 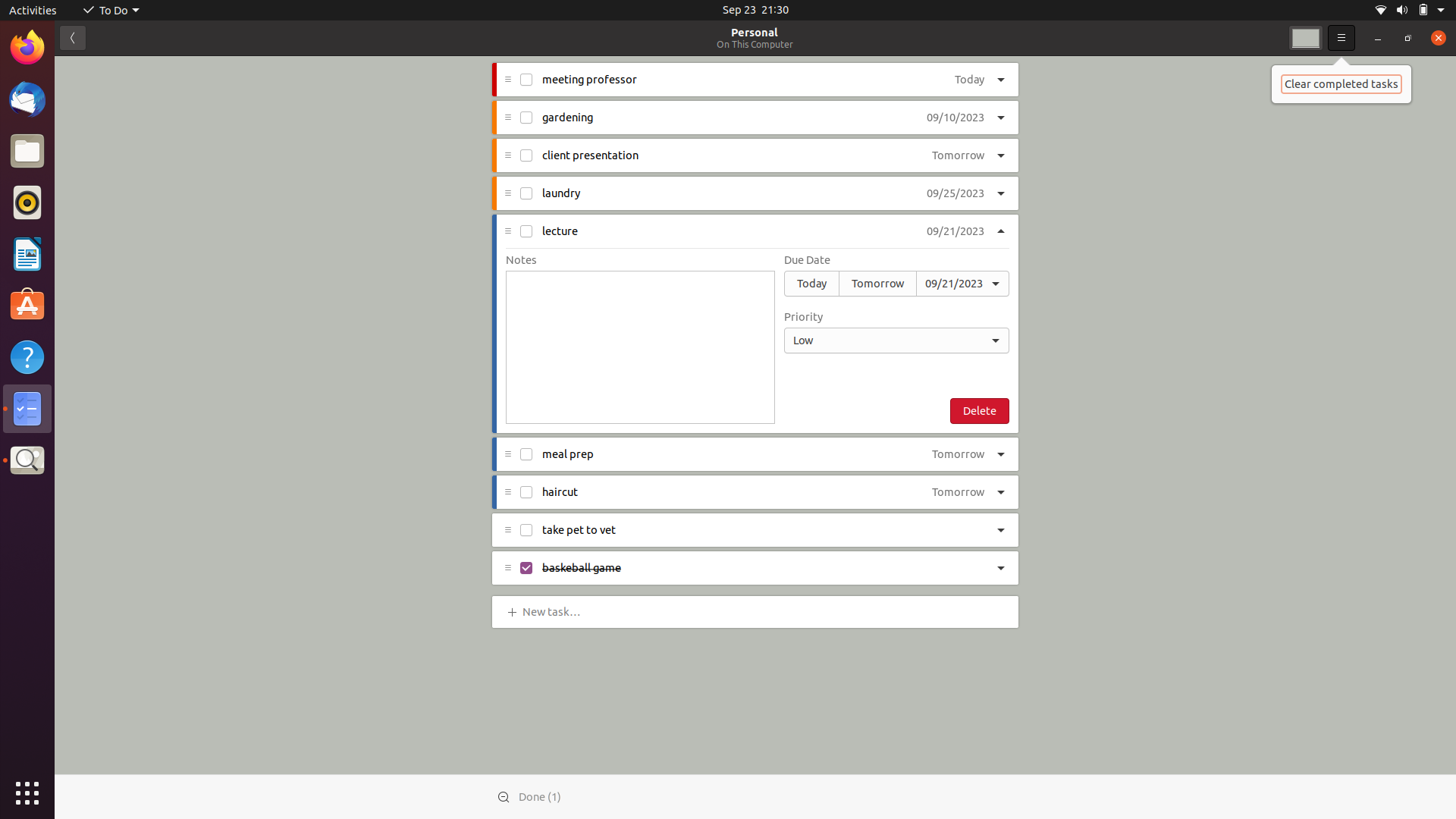 I want to click on Check off "meal prep" task as done, so click(x=526, y=455).